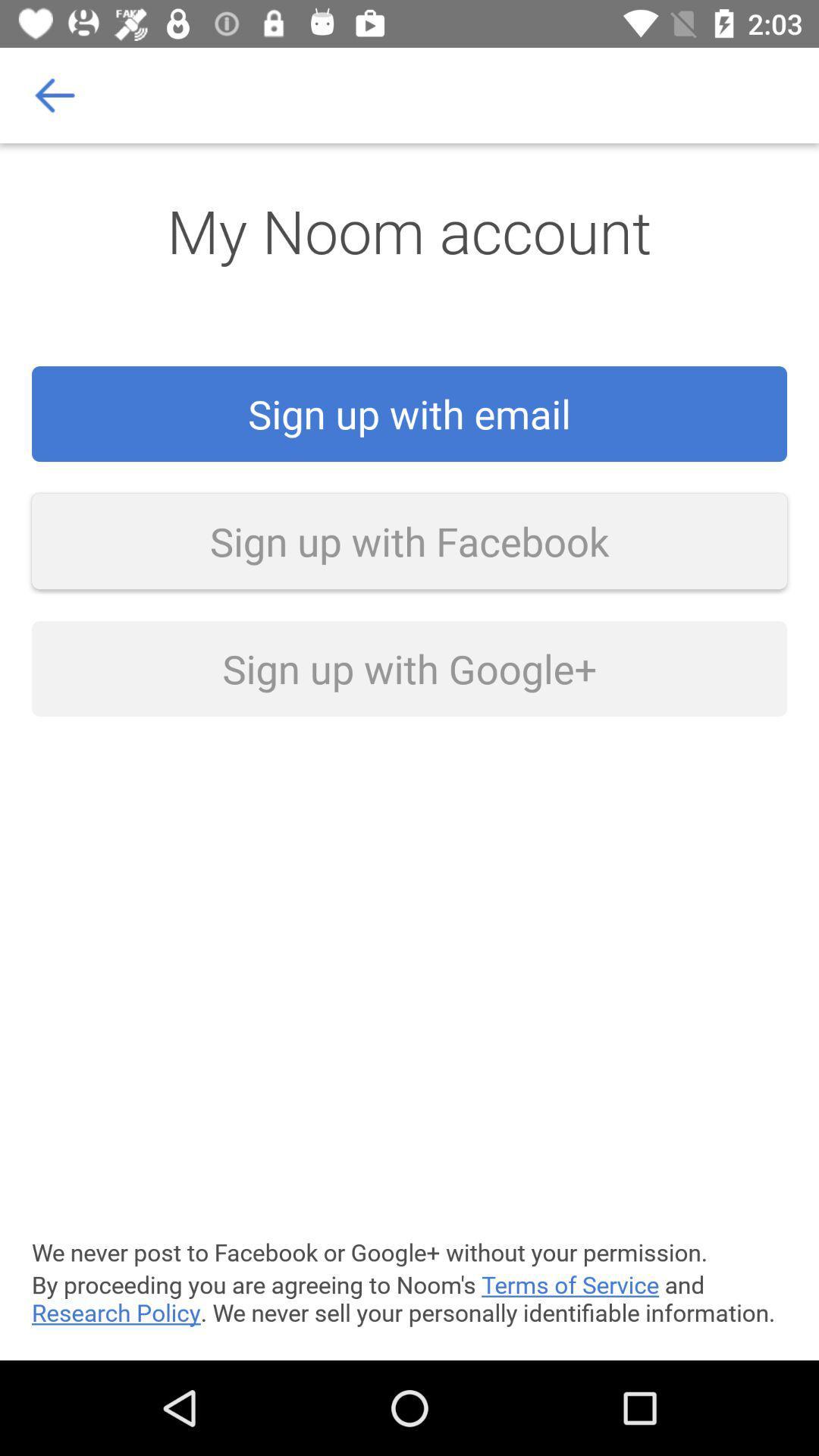  Describe the element at coordinates (55, 94) in the screenshot. I see `the item at the top left corner` at that location.